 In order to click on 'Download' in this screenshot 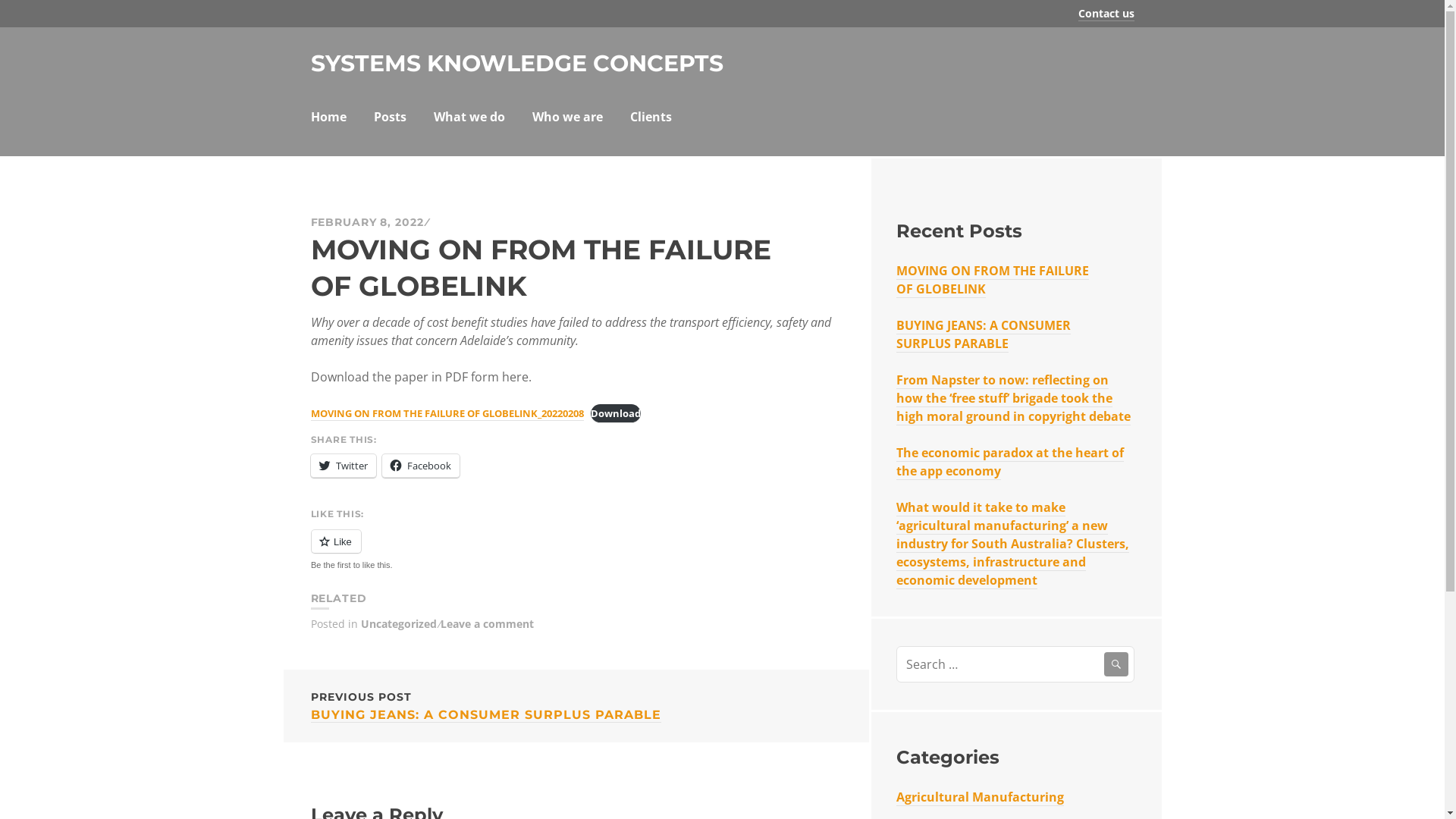, I will do `click(615, 413)`.